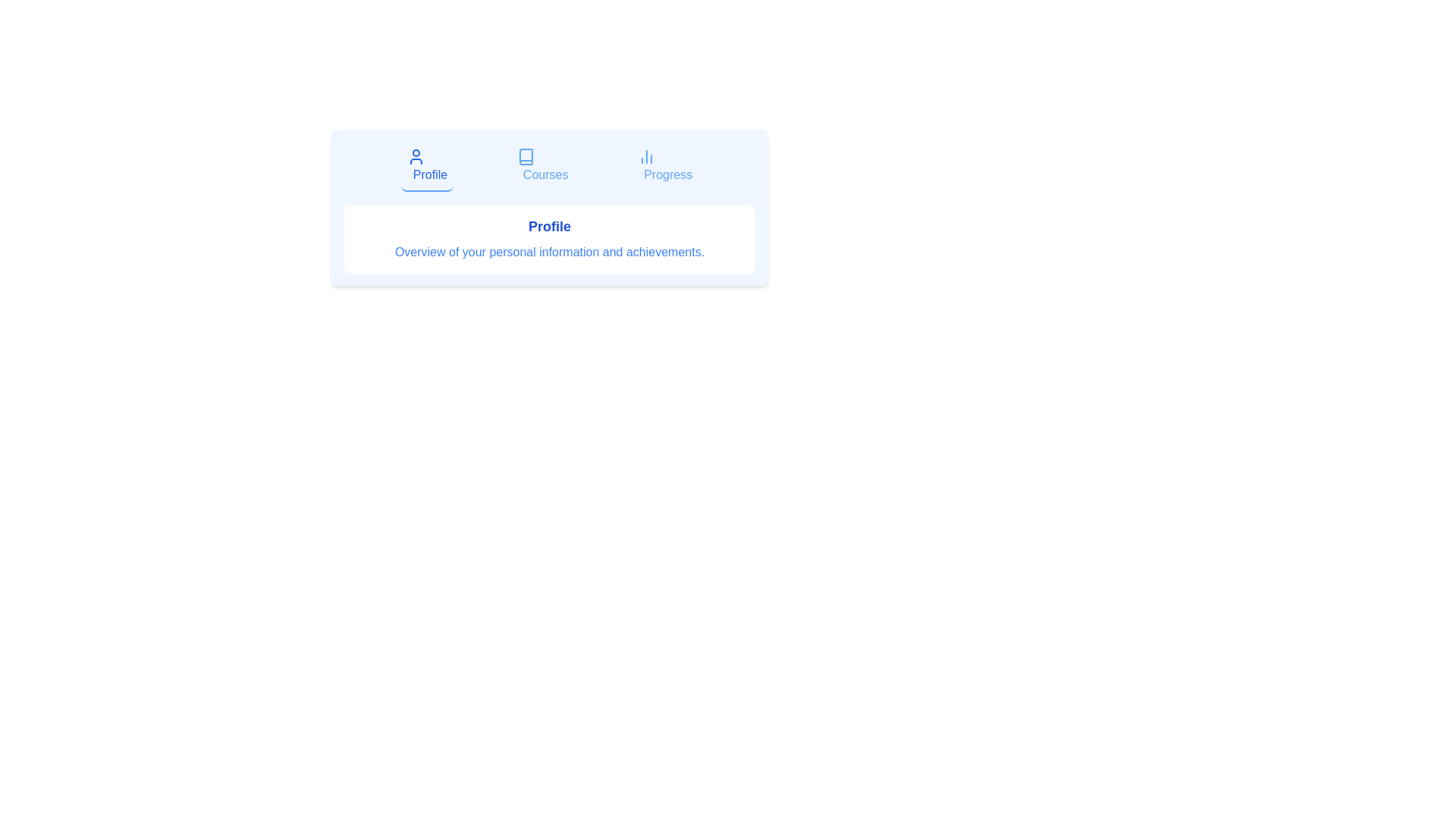 Image resolution: width=1456 pixels, height=819 pixels. What do you see at coordinates (665, 166) in the screenshot?
I see `the Progress tab to preview its visual feedback` at bounding box center [665, 166].